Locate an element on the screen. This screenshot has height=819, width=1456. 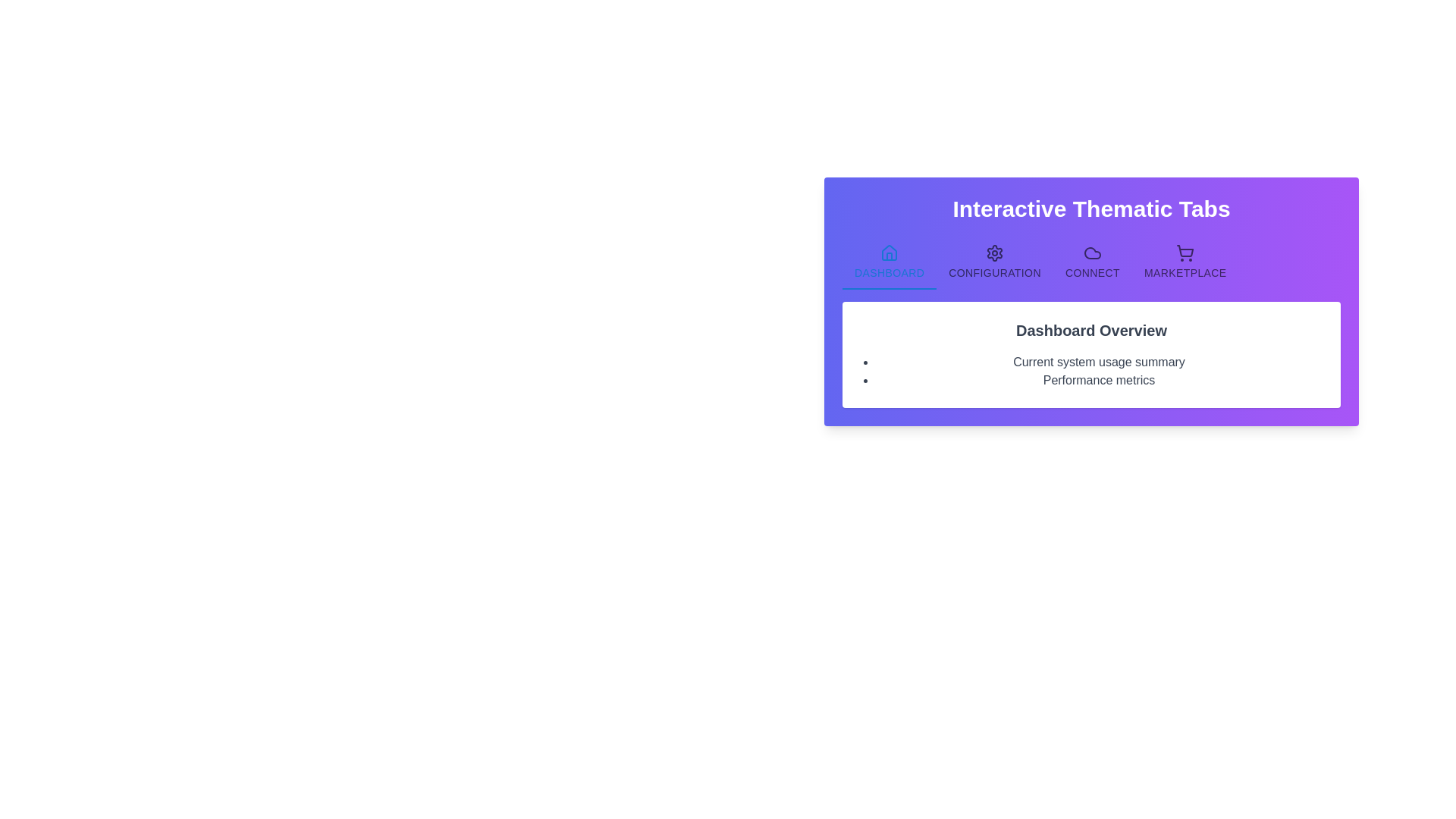
the 'Dashboard' tab in the navigation bar is located at coordinates (889, 262).